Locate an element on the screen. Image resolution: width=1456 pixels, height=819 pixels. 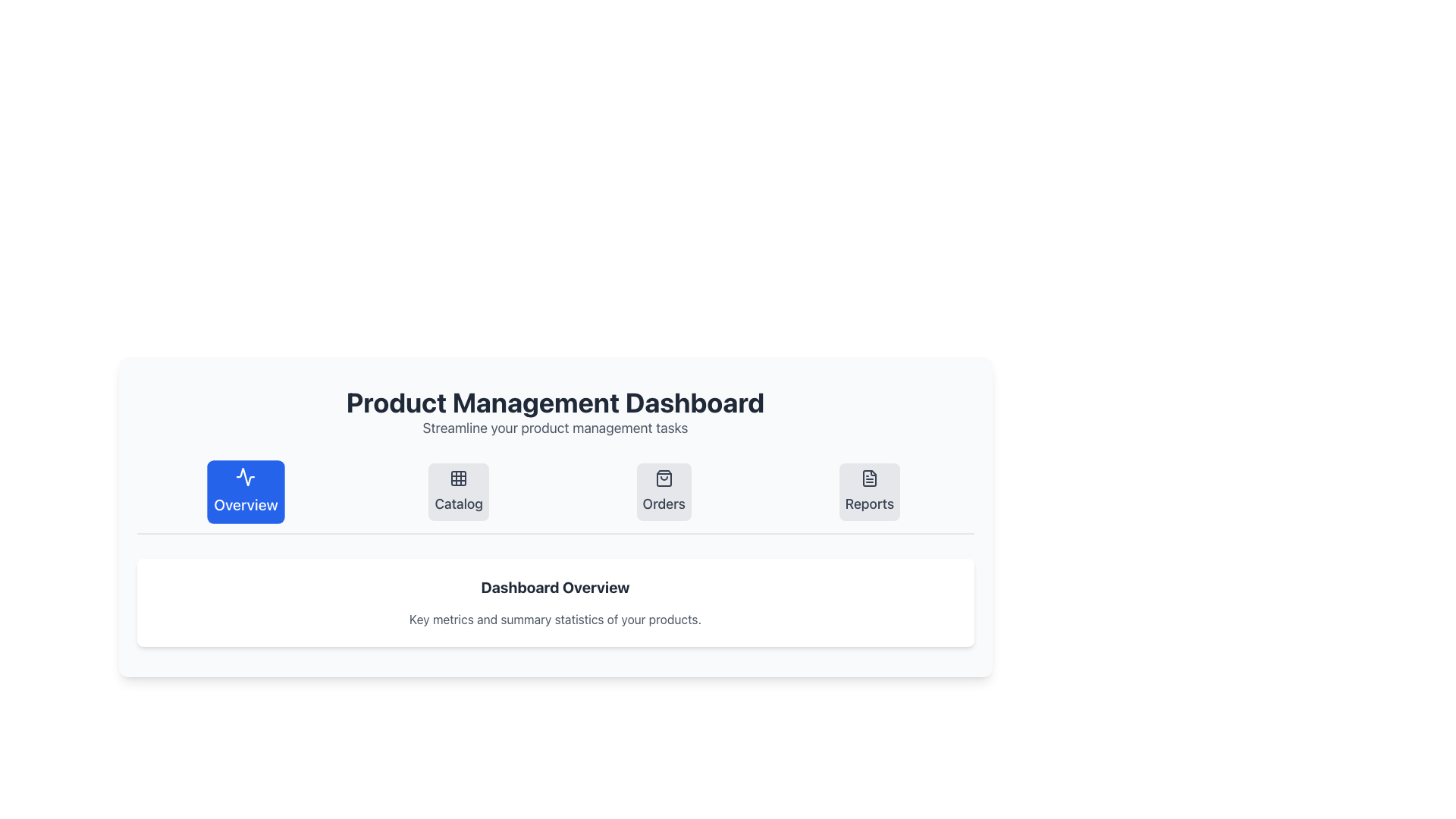
the blue rectangular button labeled 'Overview' with a waveform icon is located at coordinates (246, 491).